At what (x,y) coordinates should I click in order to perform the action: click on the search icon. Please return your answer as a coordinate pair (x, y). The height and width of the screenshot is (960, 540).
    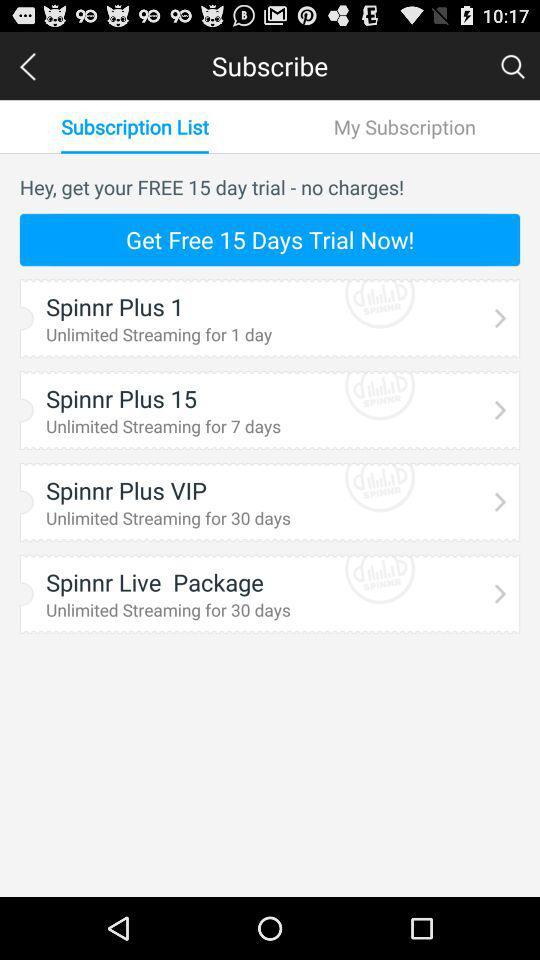
    Looking at the image, I should click on (512, 70).